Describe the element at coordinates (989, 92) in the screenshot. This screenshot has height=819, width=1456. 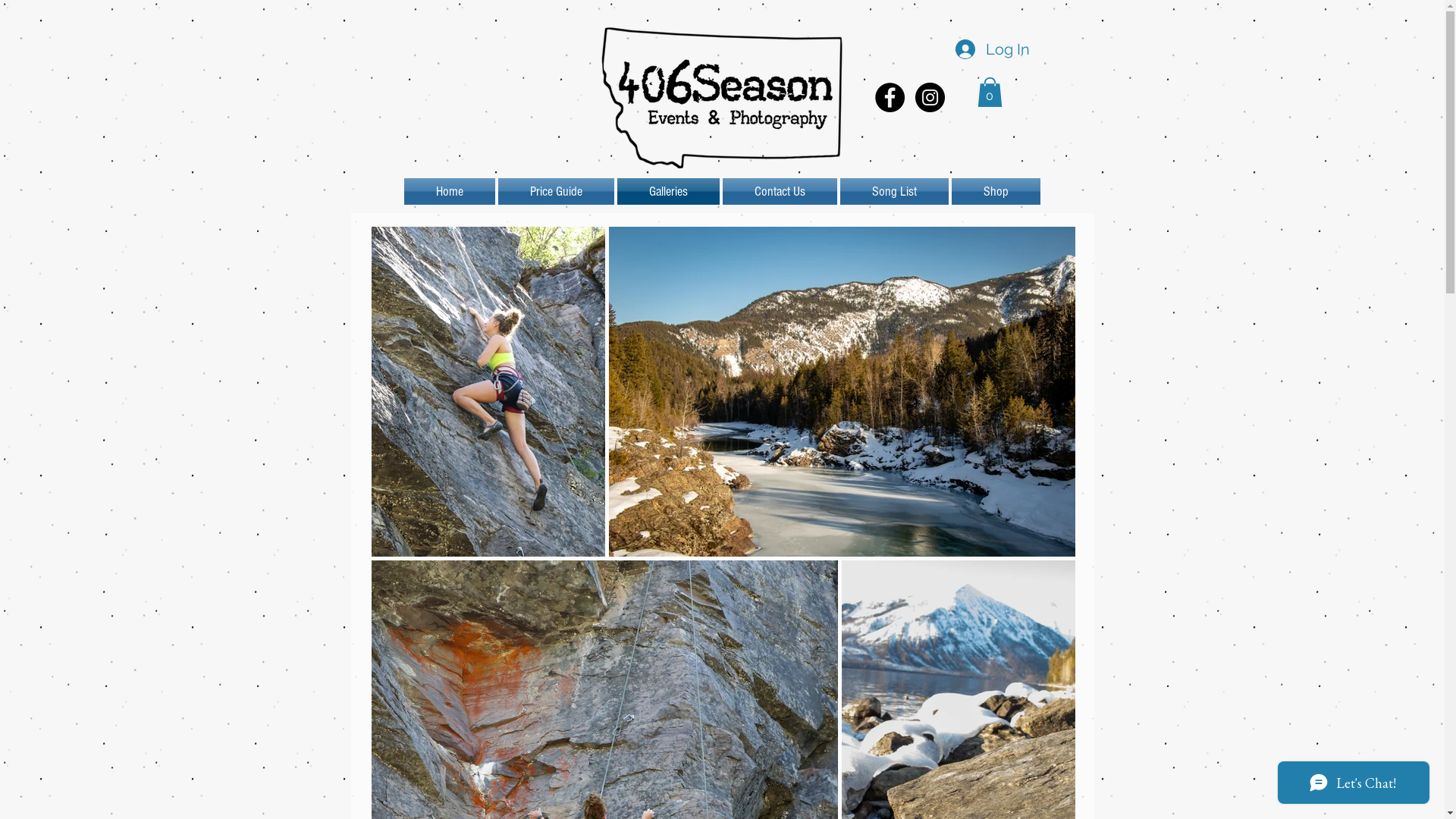
I see `'0'` at that location.